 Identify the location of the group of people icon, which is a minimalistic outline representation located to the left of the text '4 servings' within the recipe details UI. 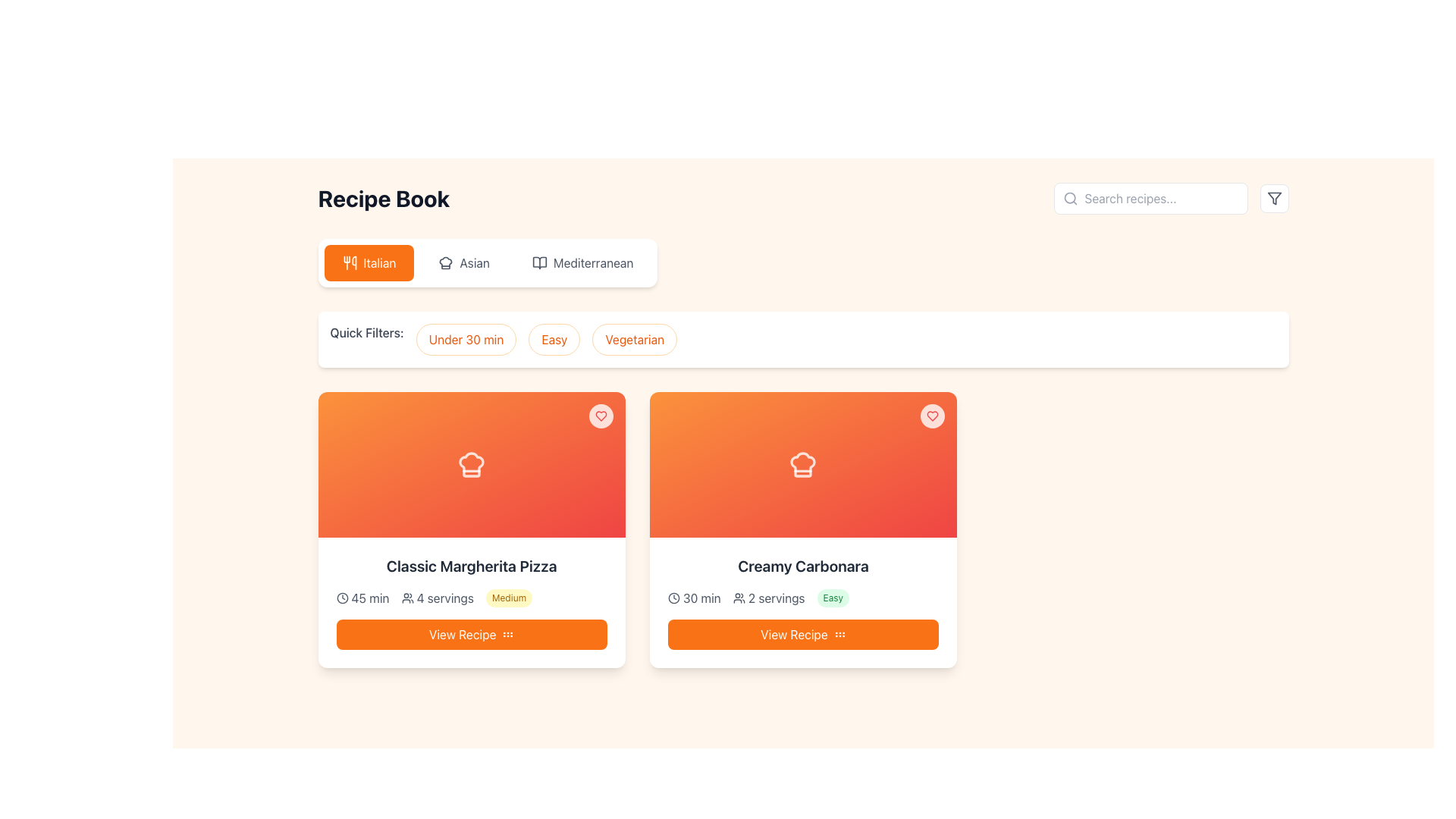
(407, 598).